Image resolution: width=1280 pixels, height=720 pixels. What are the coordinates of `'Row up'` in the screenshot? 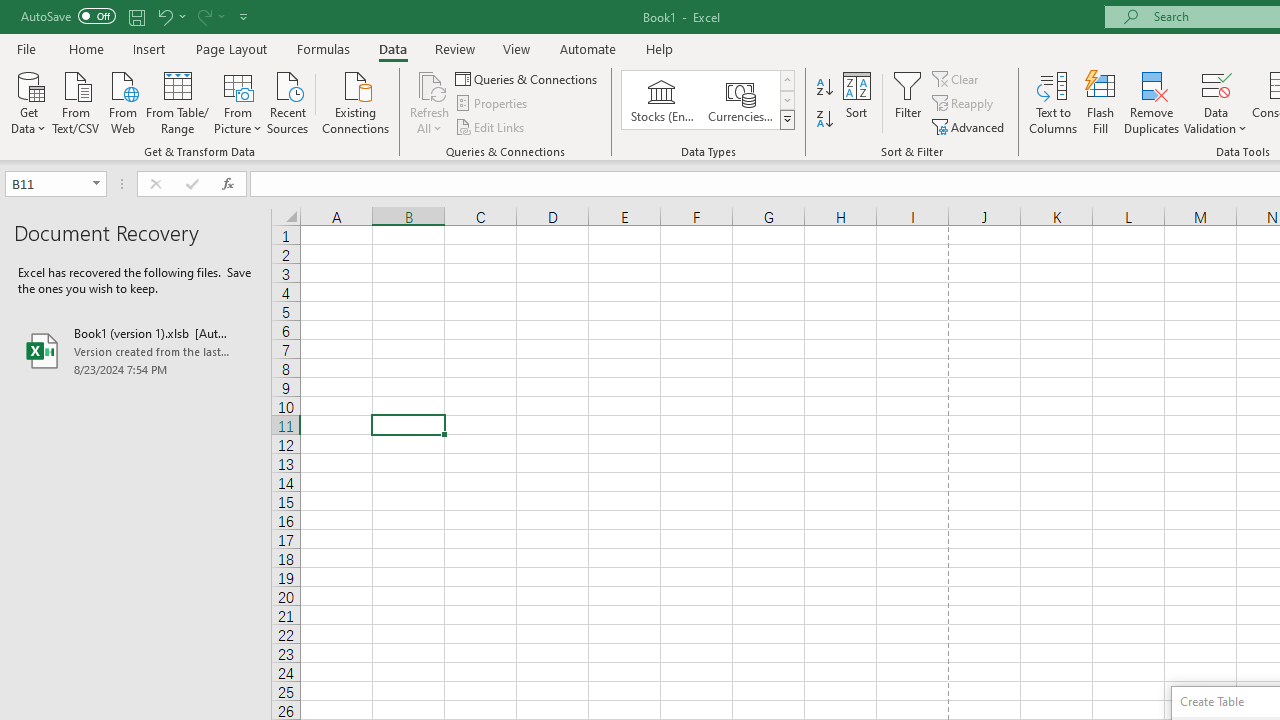 It's located at (786, 79).